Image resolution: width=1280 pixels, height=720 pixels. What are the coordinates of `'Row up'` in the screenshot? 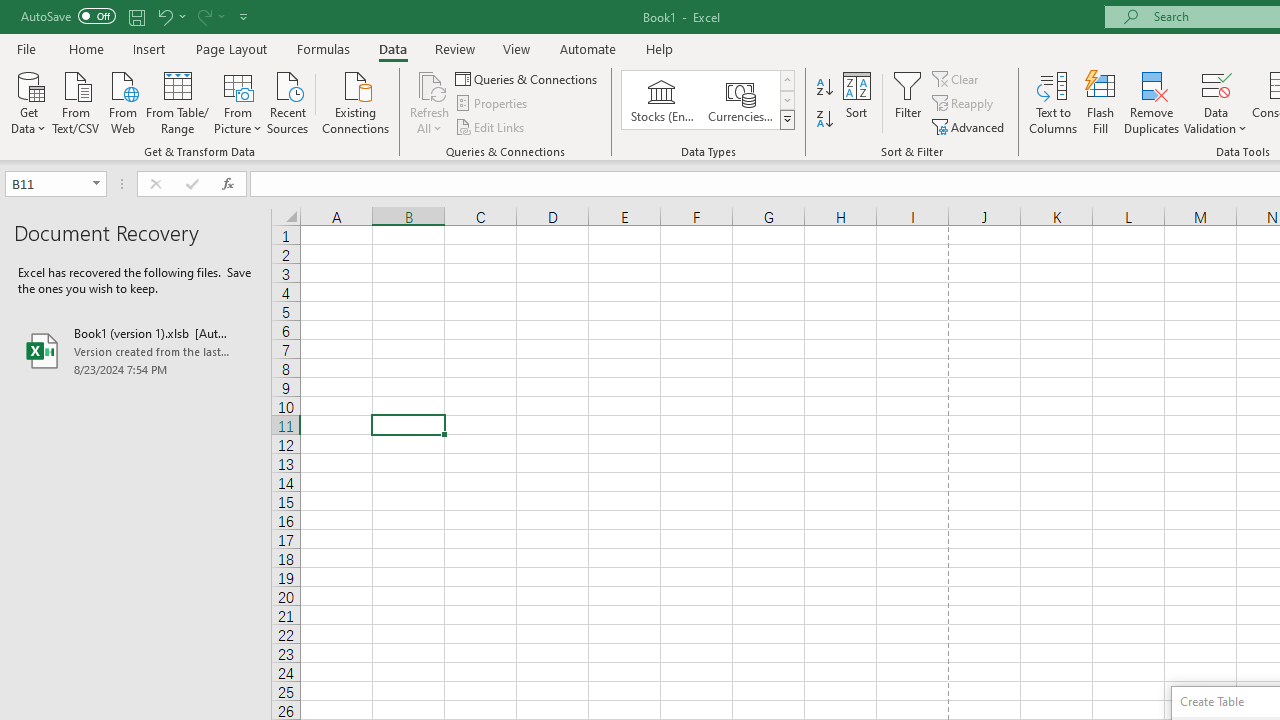 It's located at (786, 79).